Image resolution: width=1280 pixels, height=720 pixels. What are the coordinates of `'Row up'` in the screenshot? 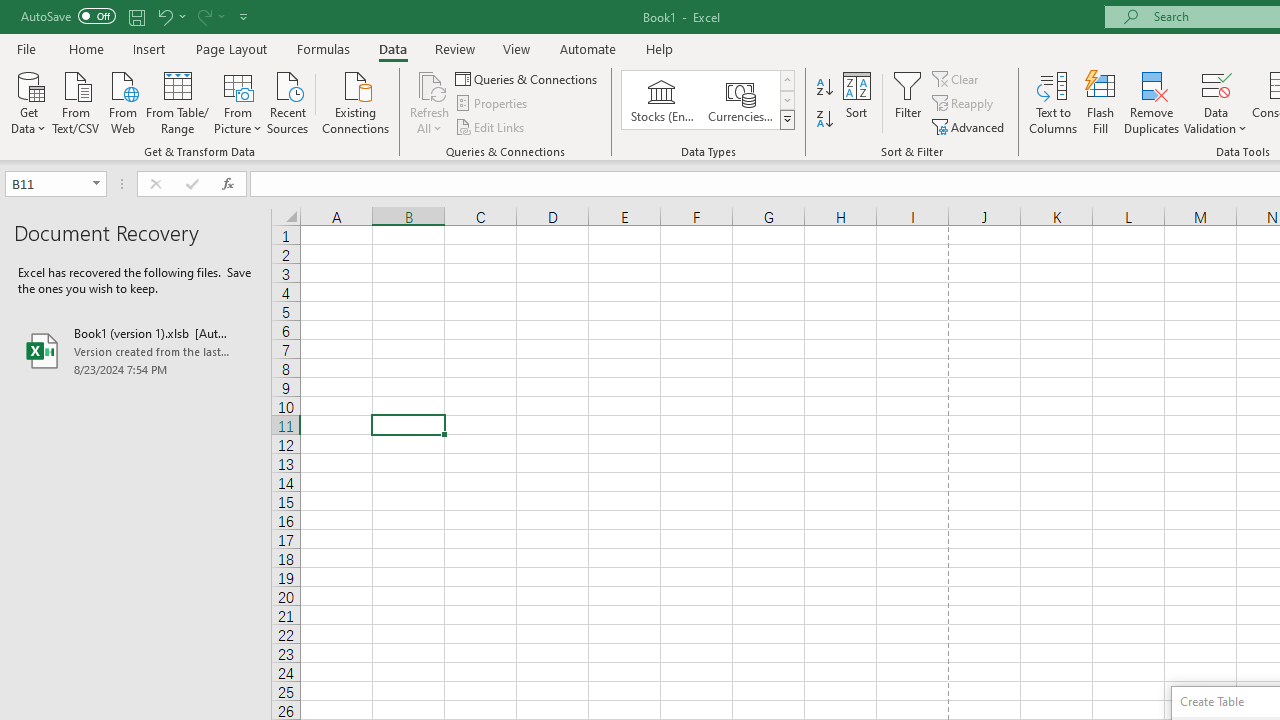 It's located at (786, 79).